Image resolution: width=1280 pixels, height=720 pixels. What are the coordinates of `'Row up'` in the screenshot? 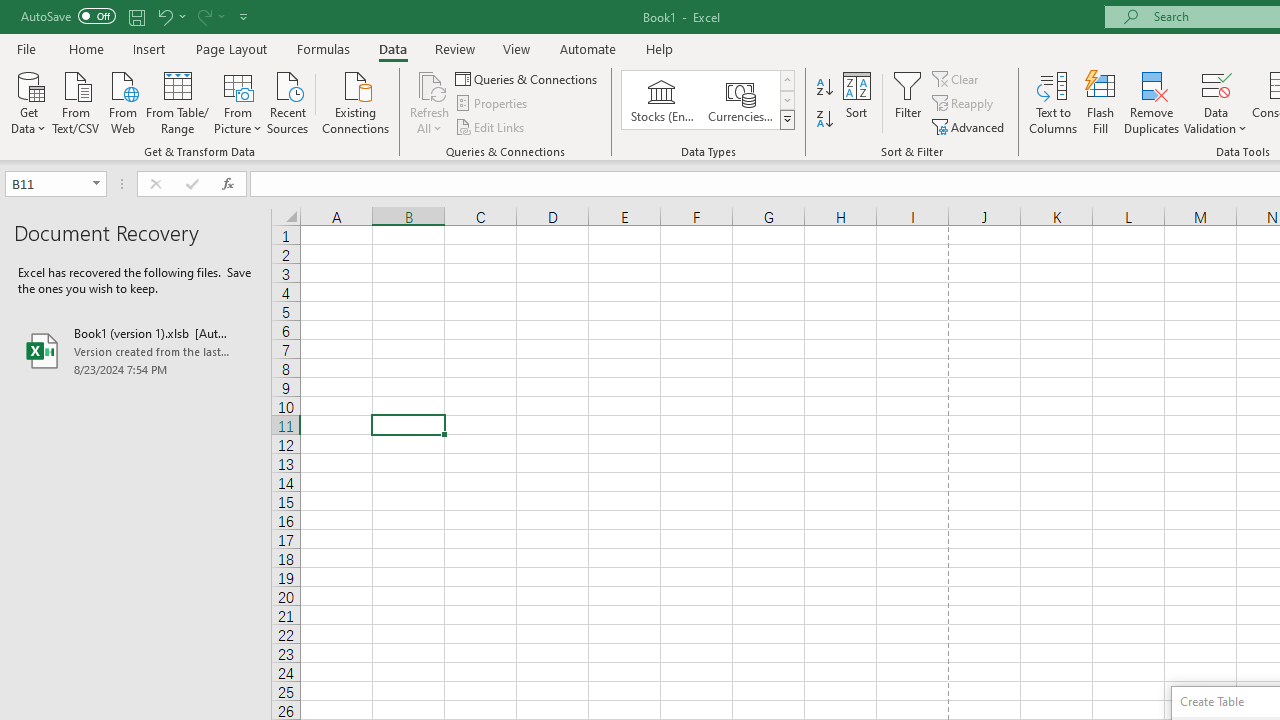 It's located at (786, 79).